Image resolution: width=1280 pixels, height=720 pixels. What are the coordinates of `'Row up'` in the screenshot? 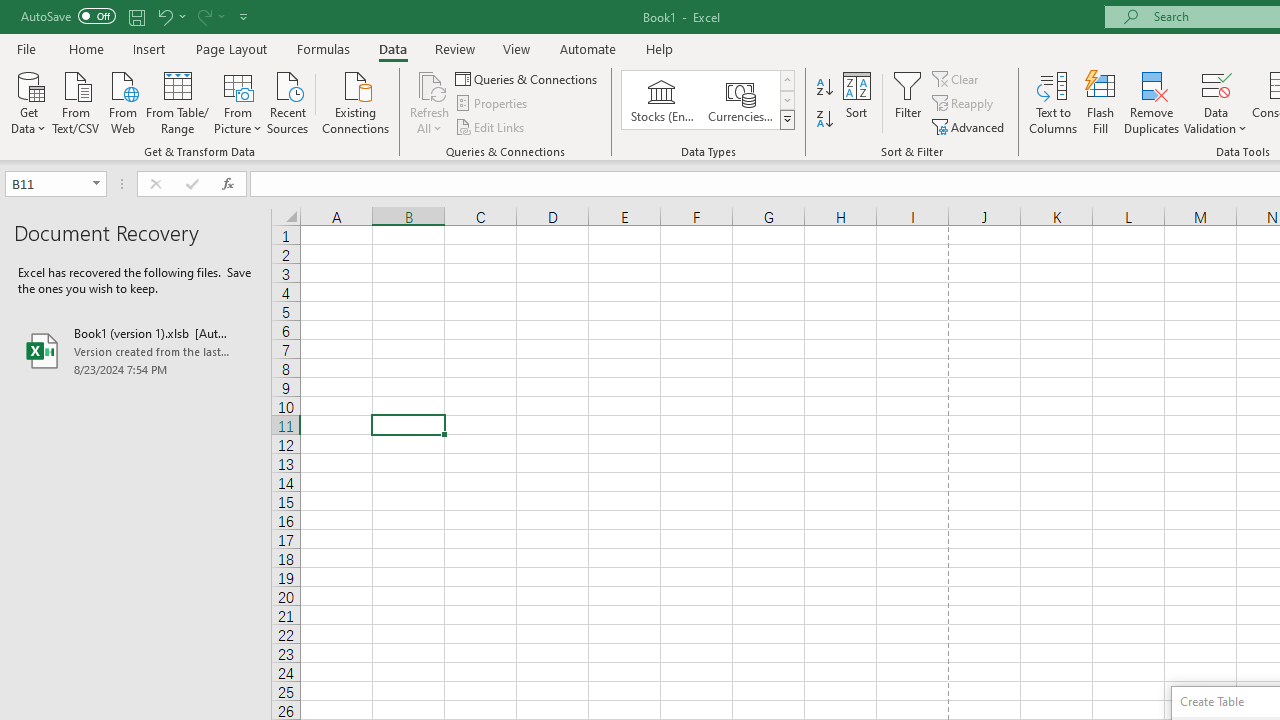 It's located at (786, 79).